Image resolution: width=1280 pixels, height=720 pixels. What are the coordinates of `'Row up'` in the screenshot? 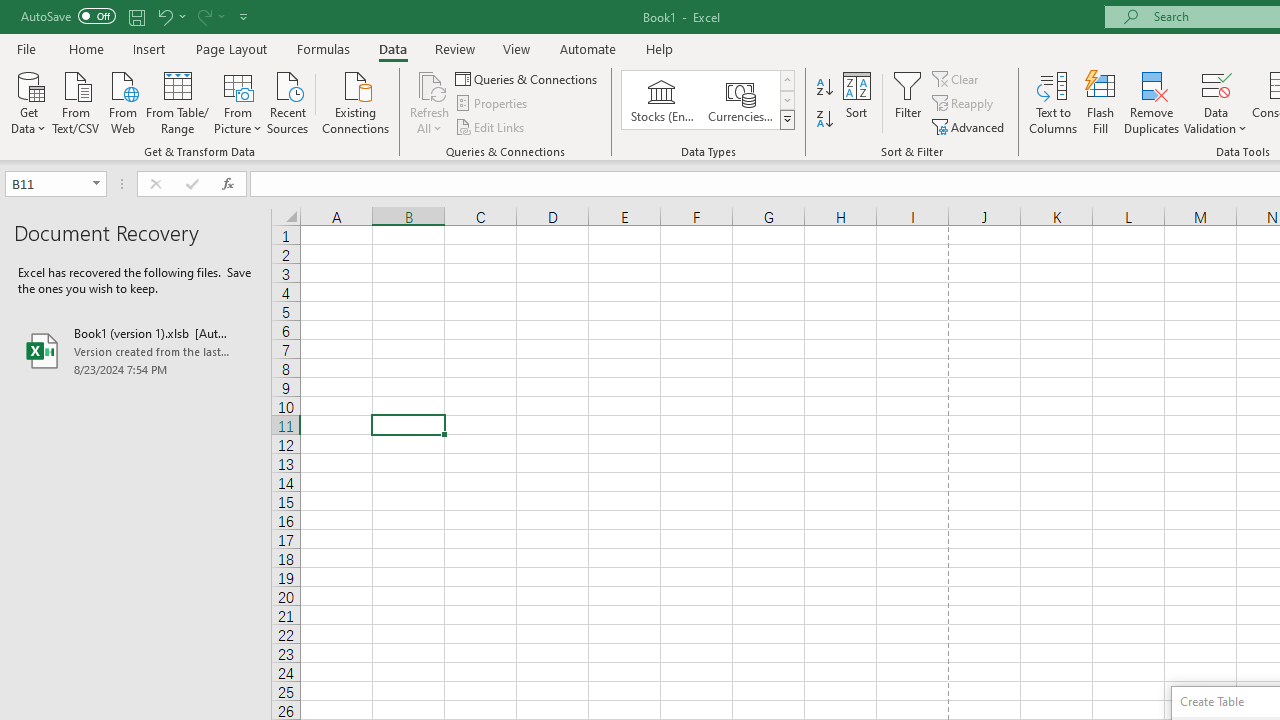 It's located at (786, 79).